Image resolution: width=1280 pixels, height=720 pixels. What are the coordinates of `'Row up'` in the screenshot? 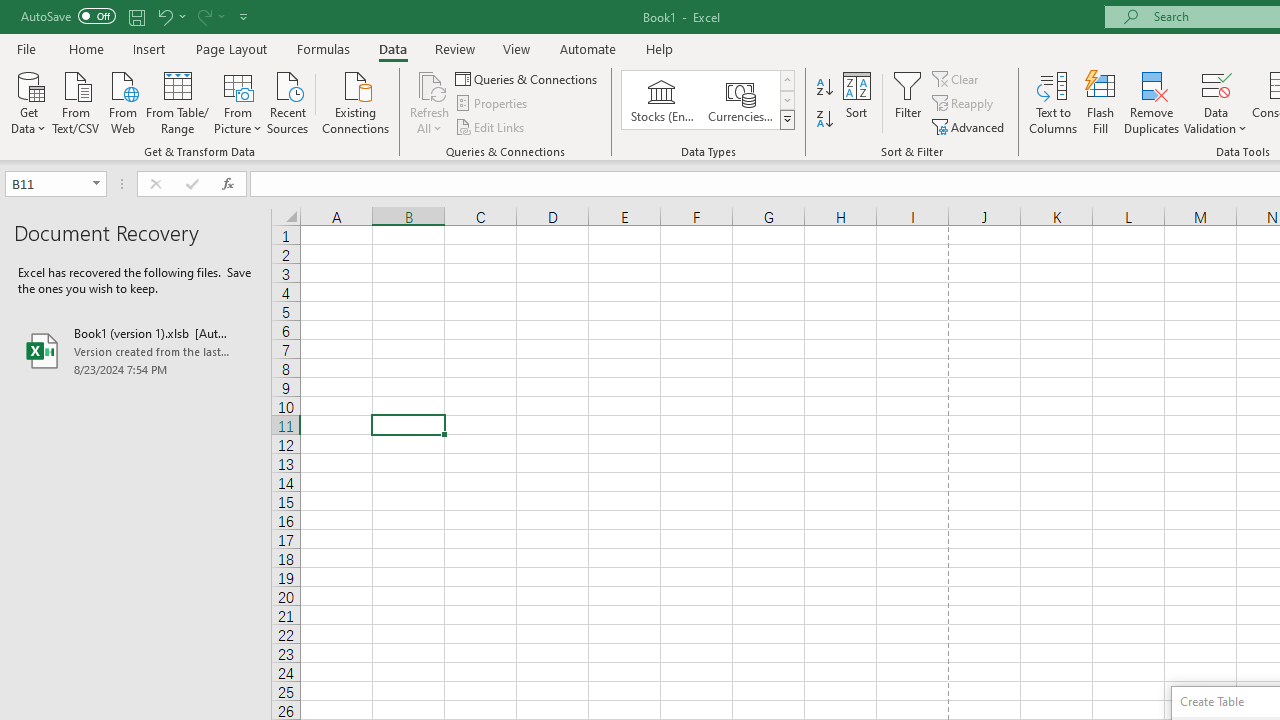 It's located at (786, 79).